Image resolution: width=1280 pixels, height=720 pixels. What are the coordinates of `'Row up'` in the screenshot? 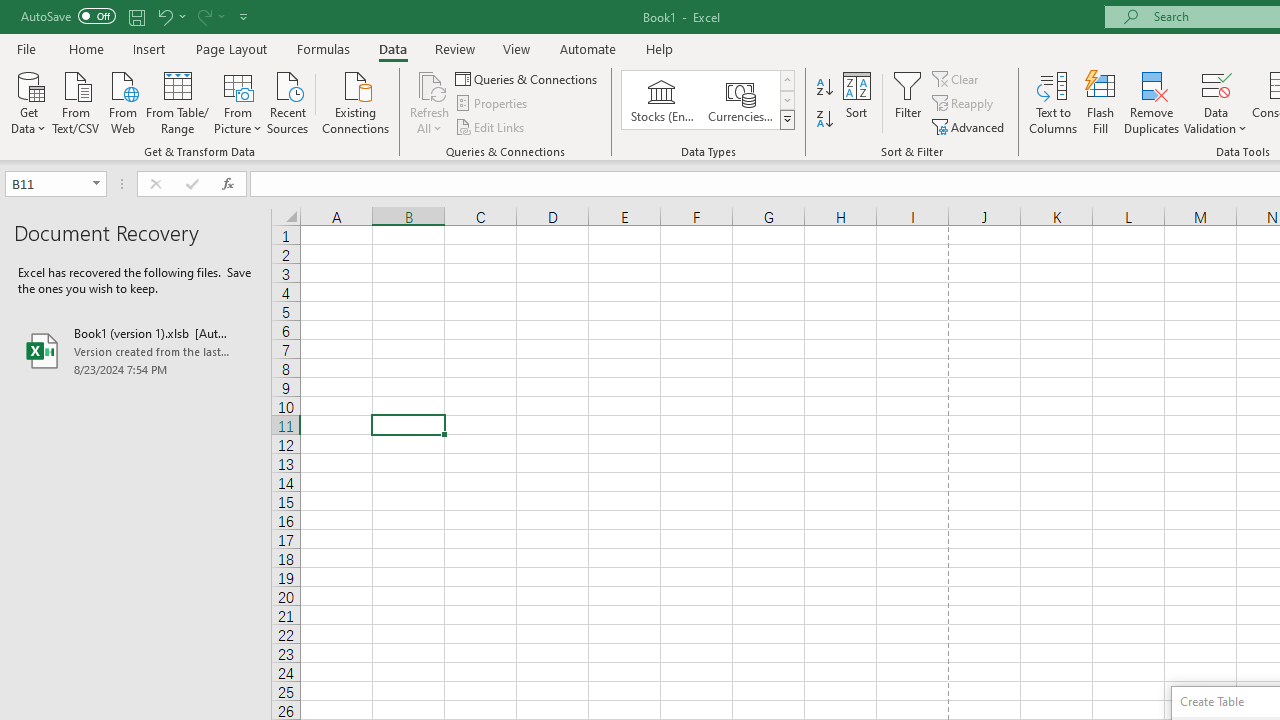 It's located at (786, 79).